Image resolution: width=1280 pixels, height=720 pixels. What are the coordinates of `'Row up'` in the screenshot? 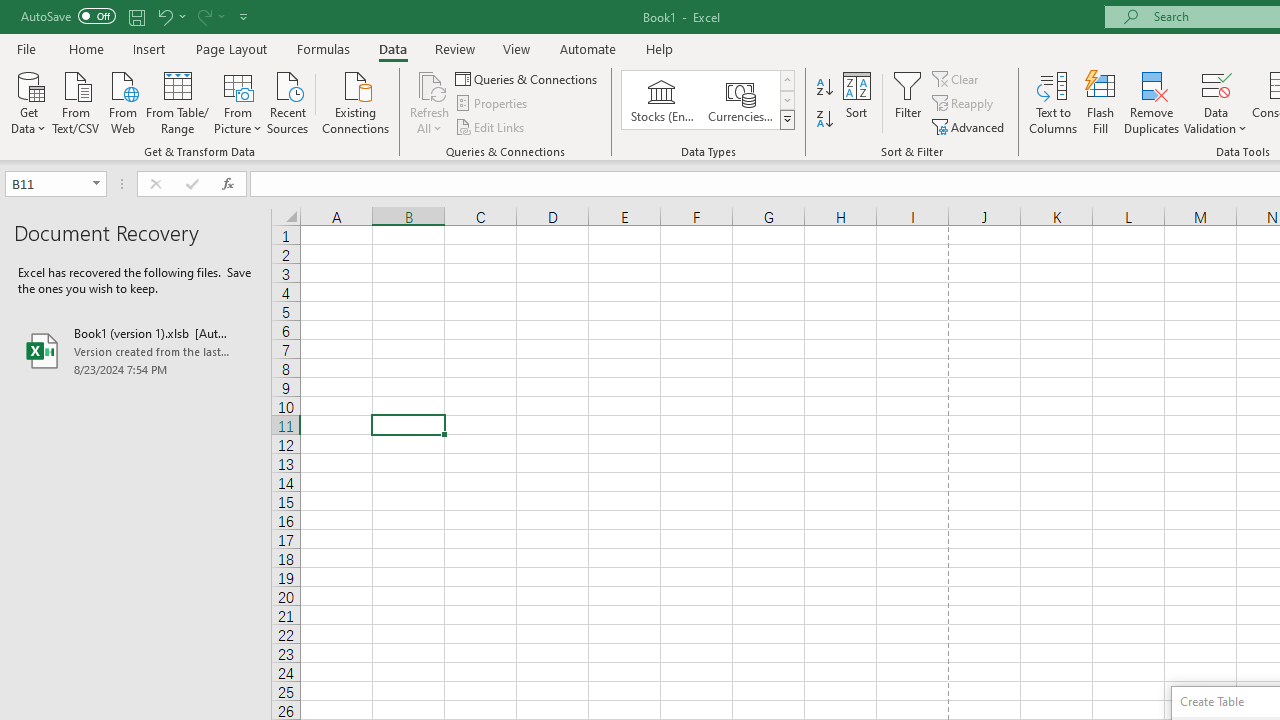 It's located at (786, 79).